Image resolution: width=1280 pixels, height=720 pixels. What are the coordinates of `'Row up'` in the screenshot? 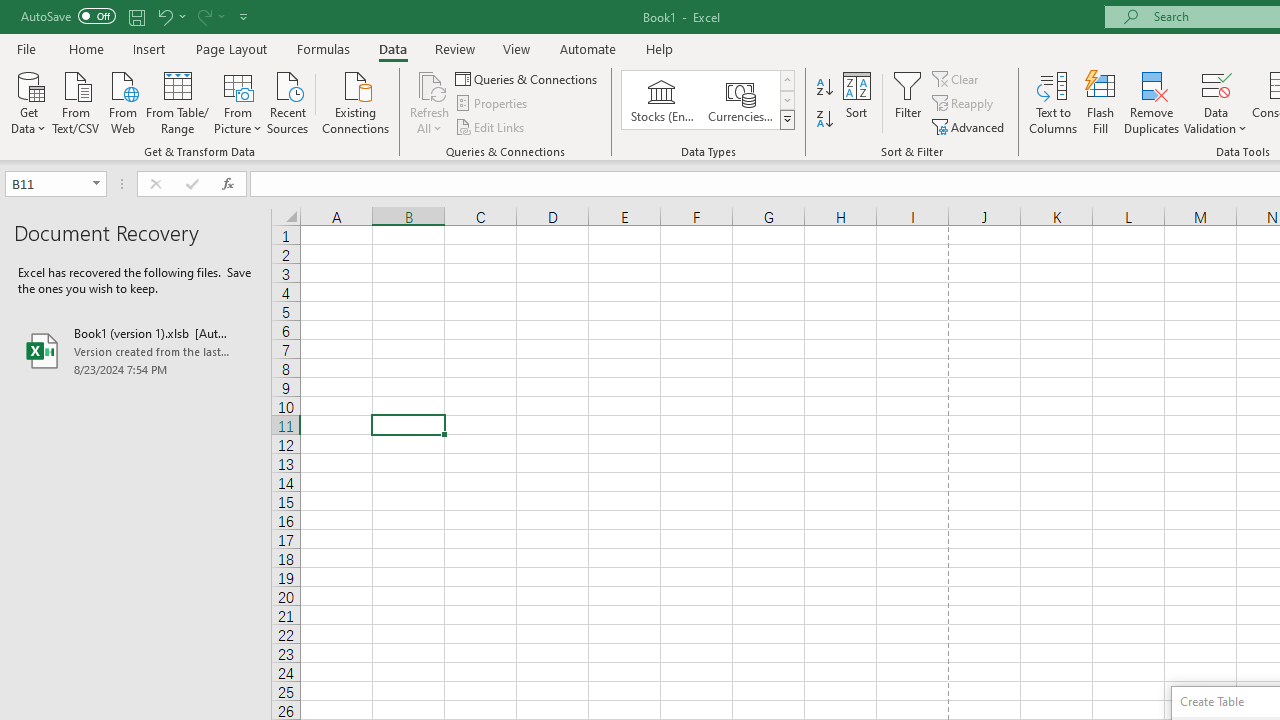 It's located at (786, 79).